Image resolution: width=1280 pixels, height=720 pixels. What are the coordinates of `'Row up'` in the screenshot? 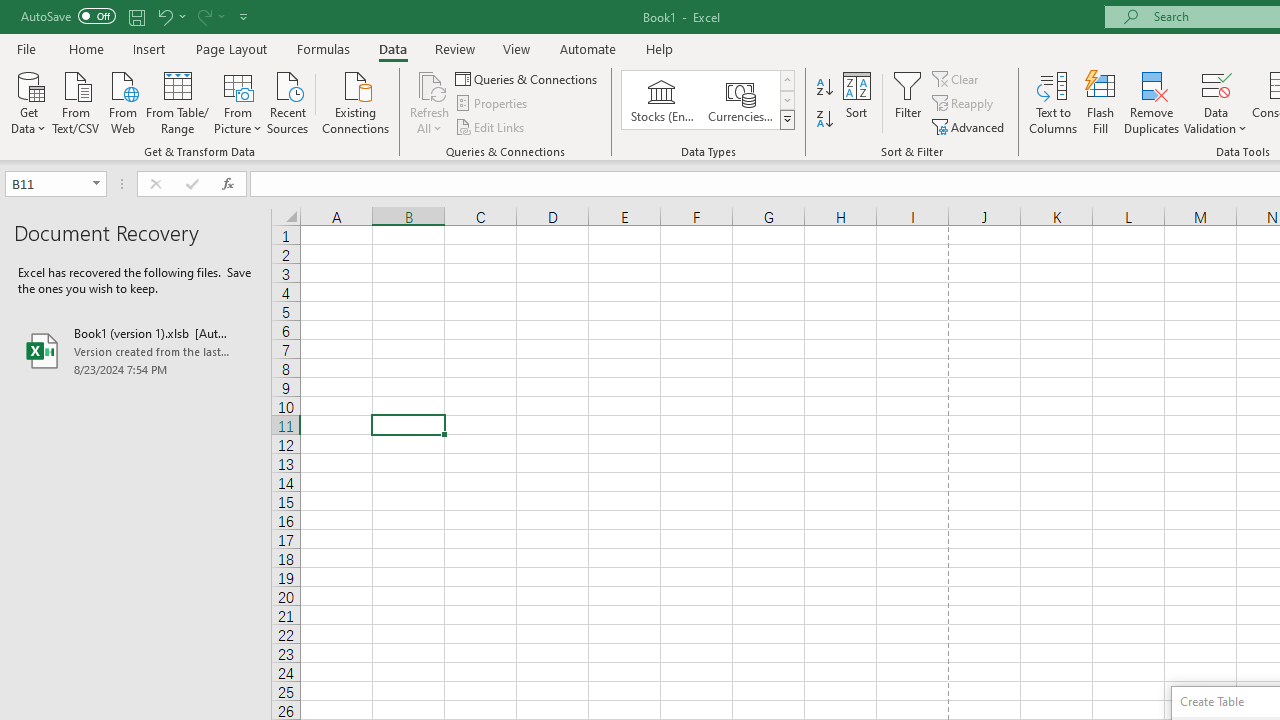 It's located at (786, 79).